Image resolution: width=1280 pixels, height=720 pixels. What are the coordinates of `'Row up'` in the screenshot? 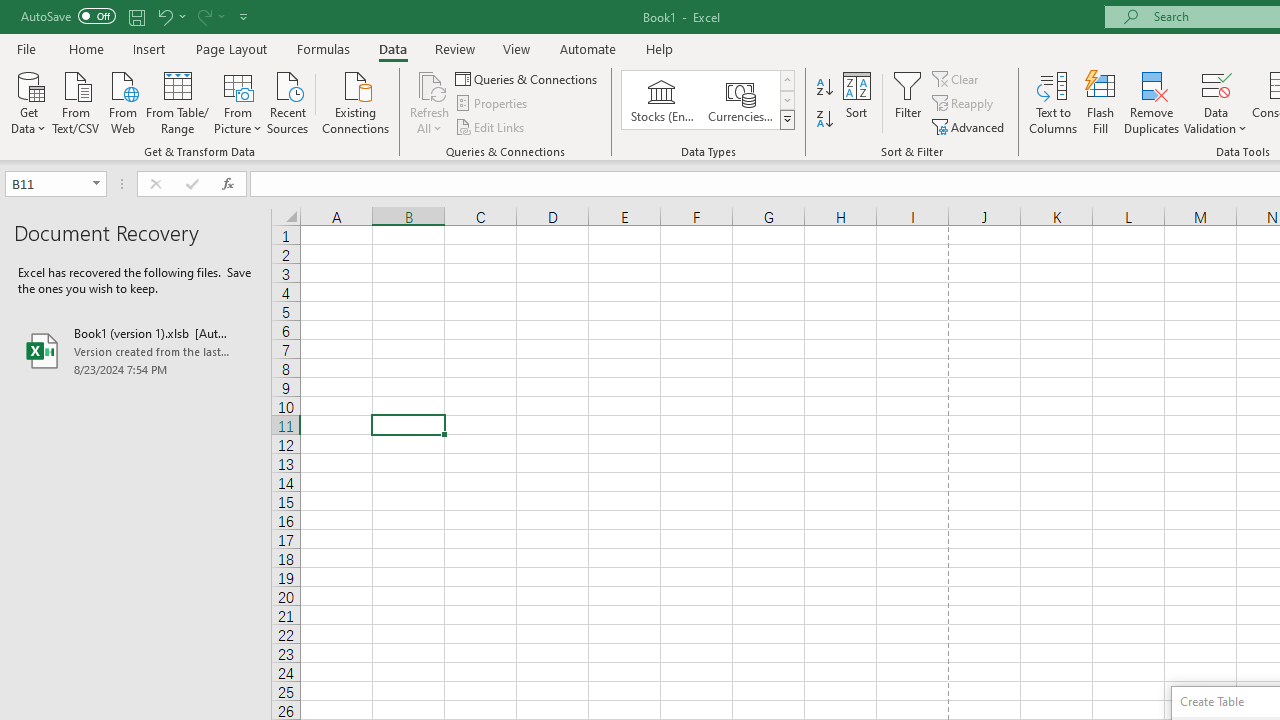 It's located at (786, 79).